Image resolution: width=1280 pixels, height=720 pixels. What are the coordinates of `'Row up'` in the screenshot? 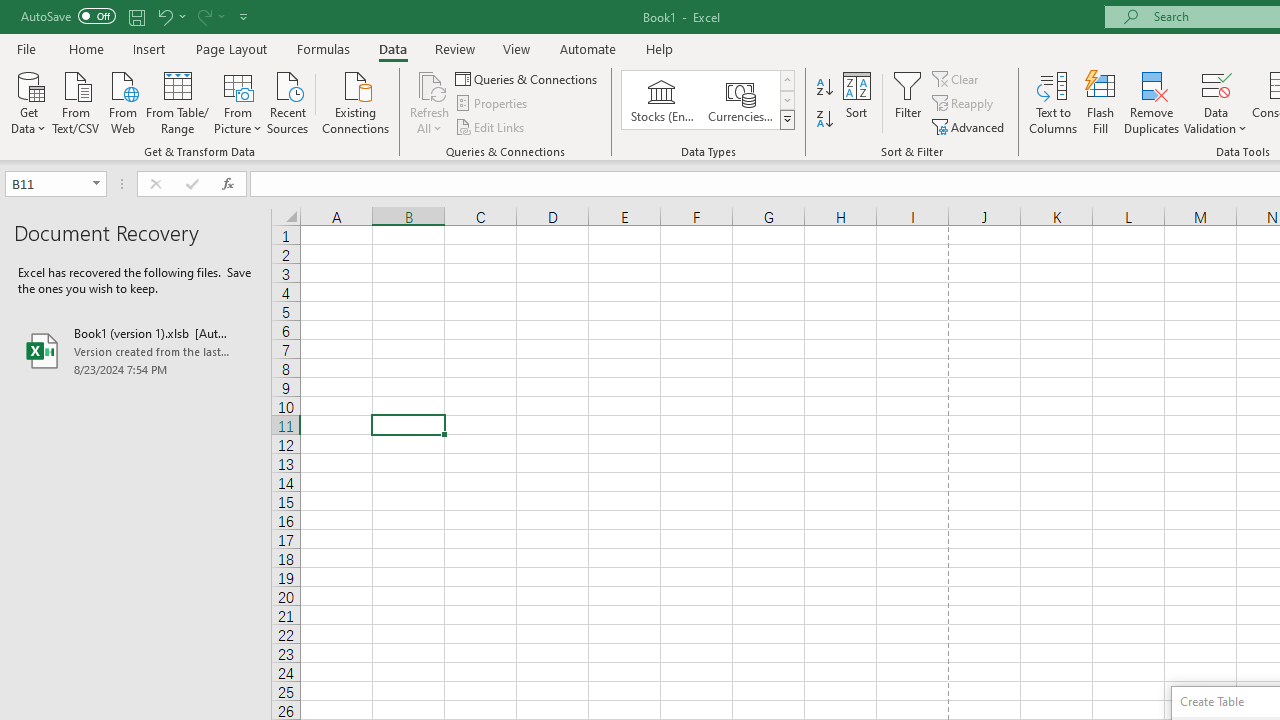 It's located at (786, 79).